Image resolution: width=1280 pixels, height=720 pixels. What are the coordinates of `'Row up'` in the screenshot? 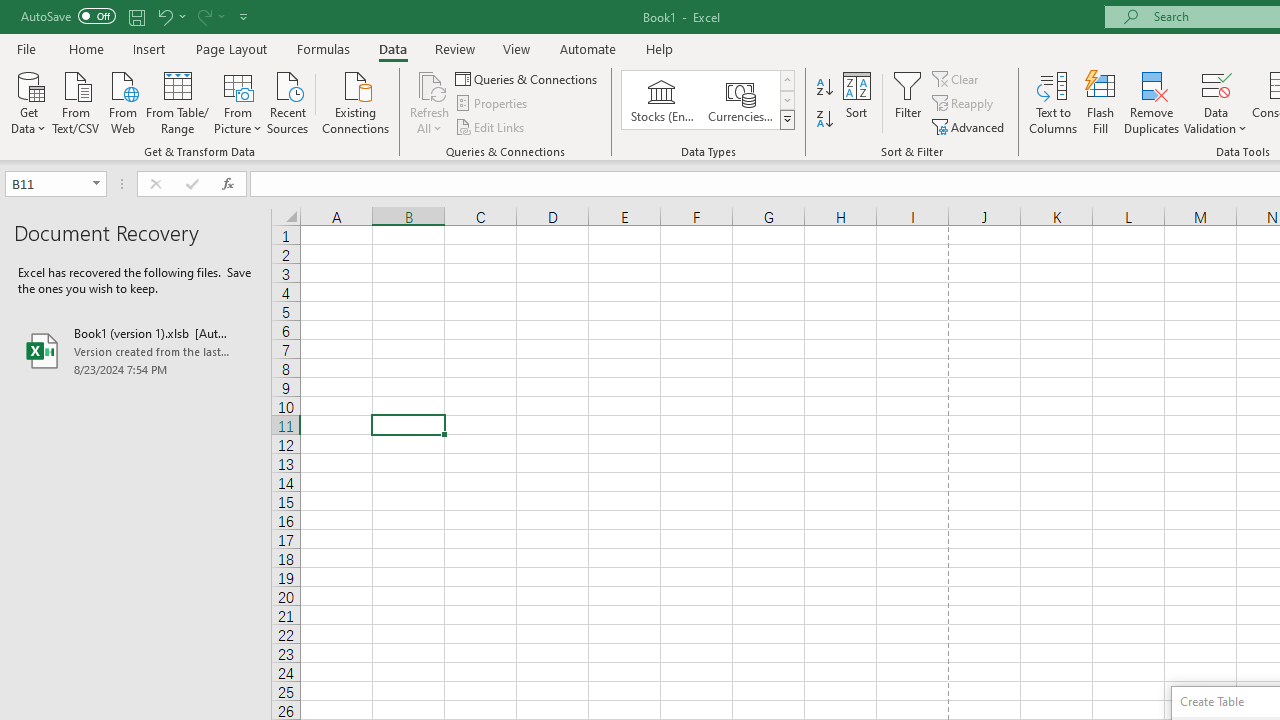 It's located at (786, 79).